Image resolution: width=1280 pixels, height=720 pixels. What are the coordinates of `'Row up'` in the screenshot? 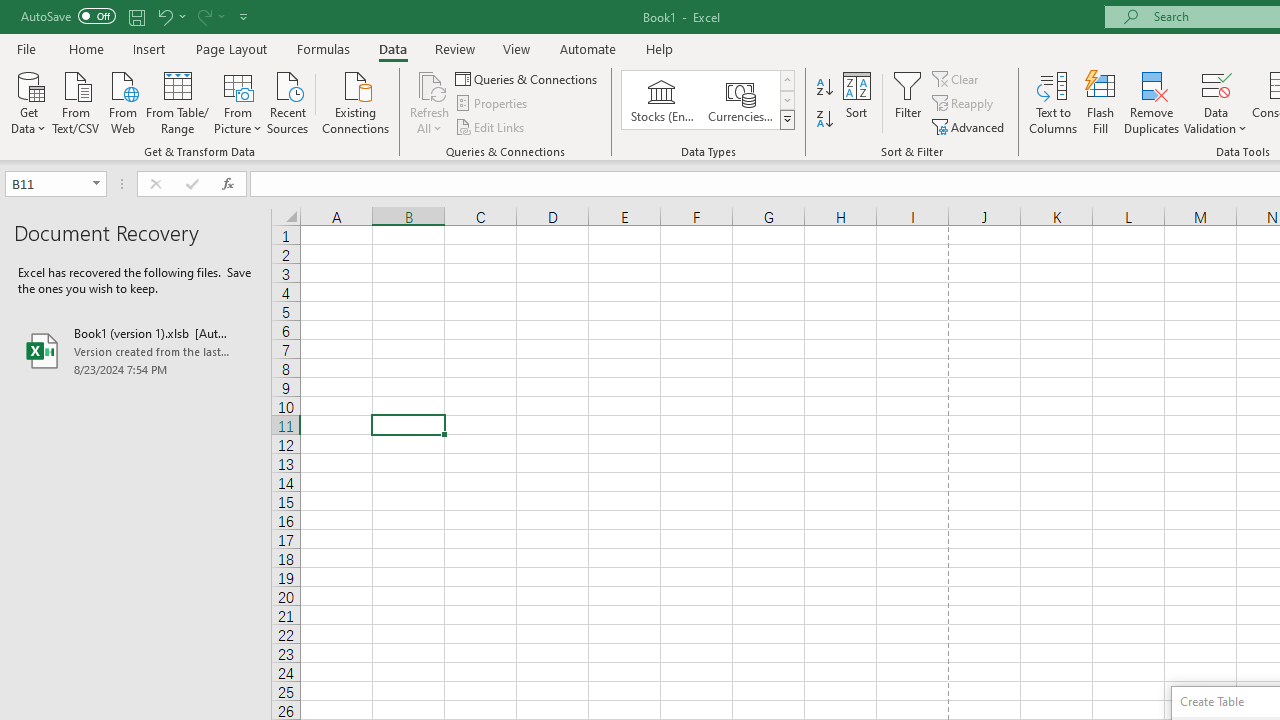 It's located at (786, 79).